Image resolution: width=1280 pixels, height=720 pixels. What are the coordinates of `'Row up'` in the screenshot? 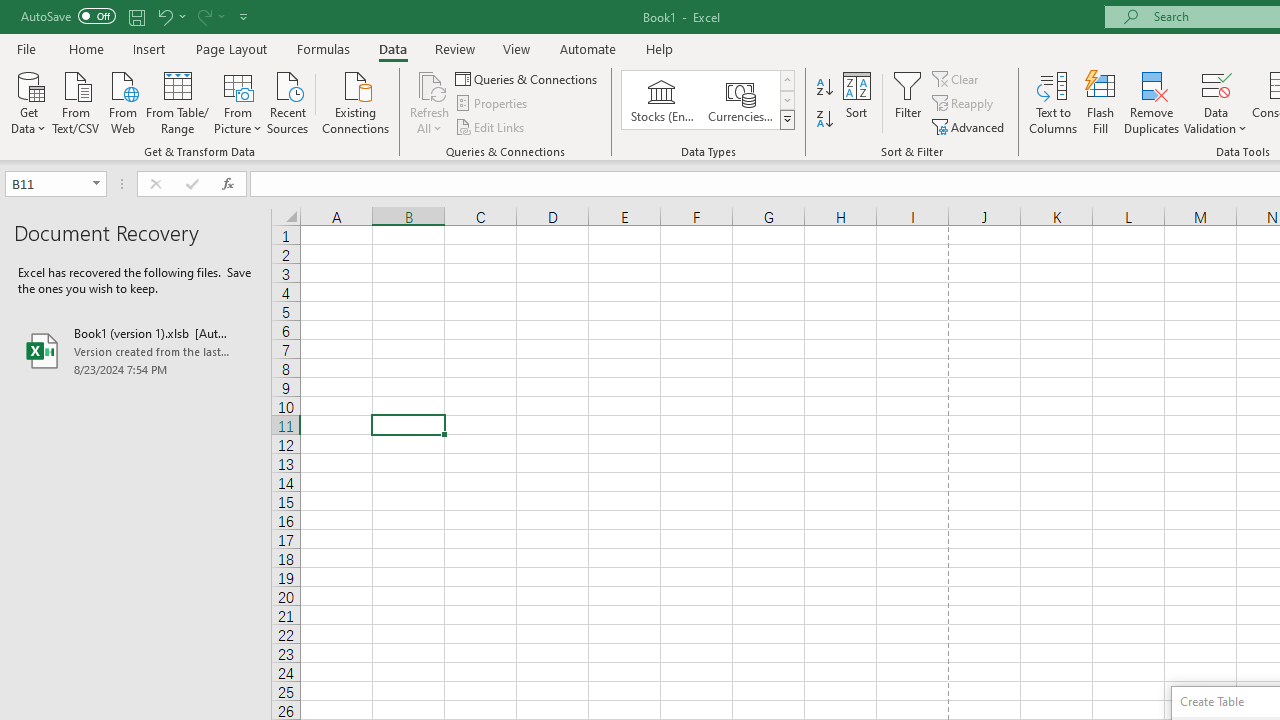 It's located at (786, 79).